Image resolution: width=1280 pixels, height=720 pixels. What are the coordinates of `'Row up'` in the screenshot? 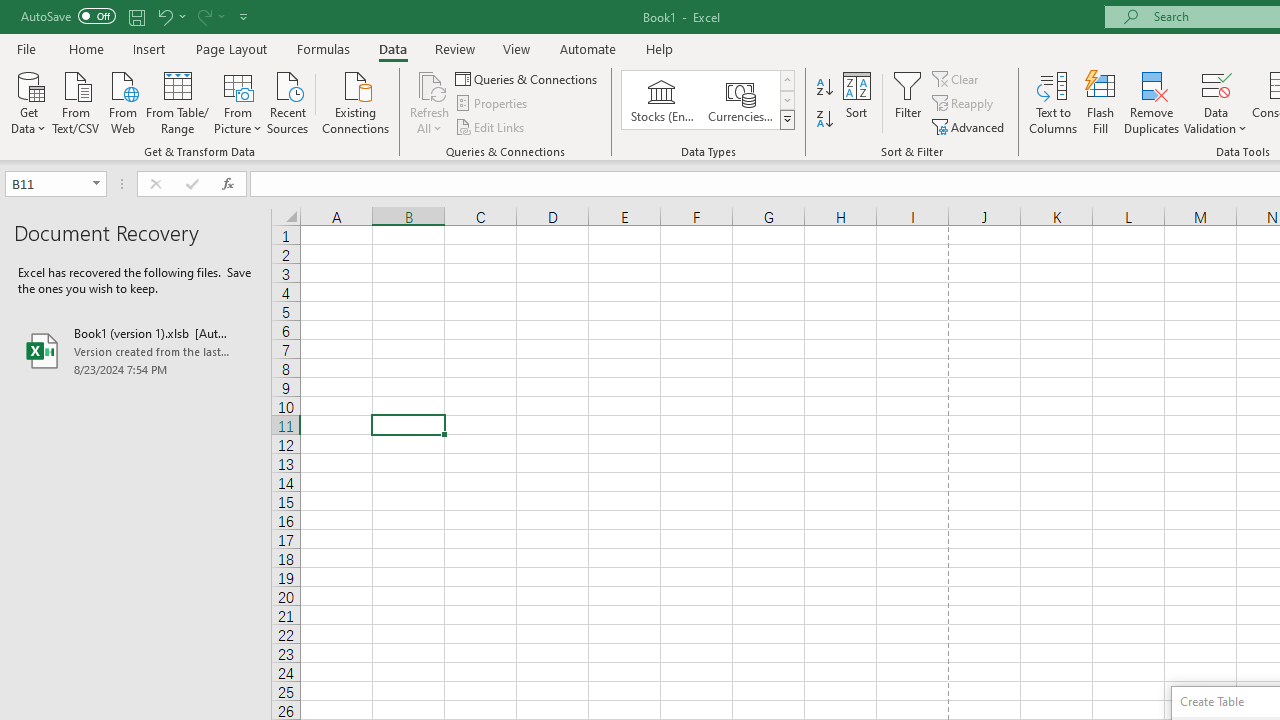 It's located at (786, 79).